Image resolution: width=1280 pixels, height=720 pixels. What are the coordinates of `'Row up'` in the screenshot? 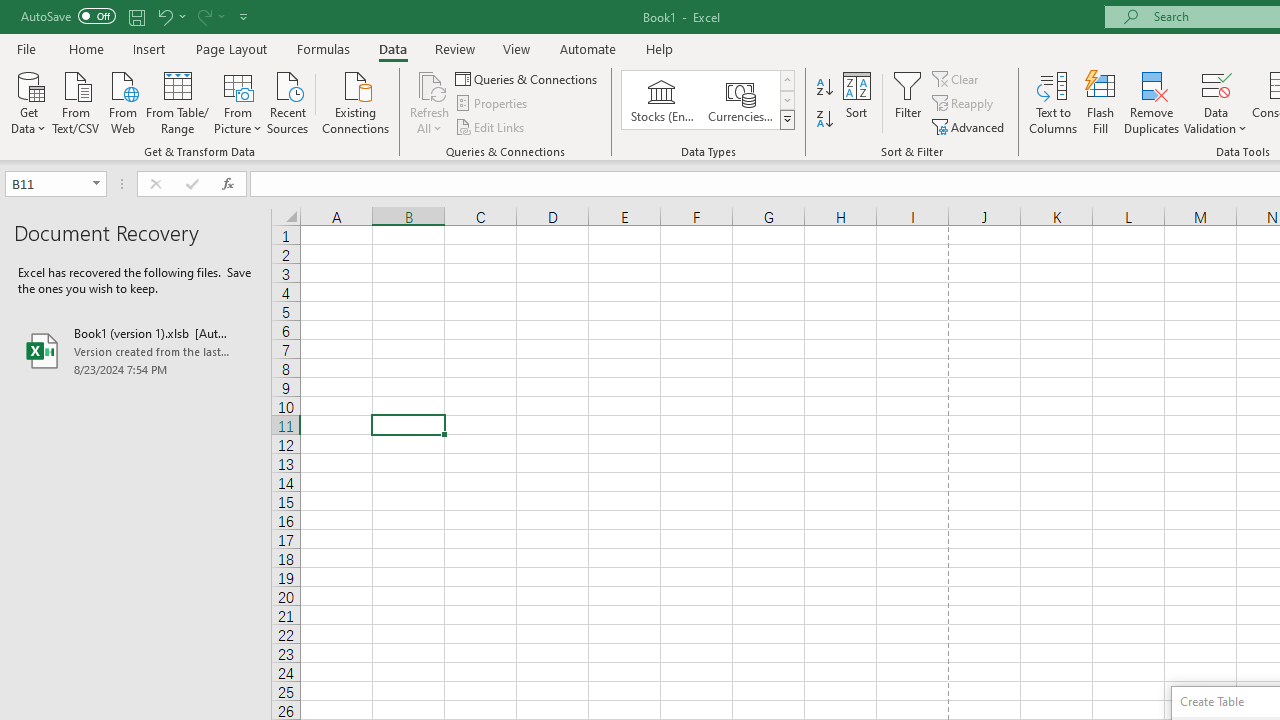 It's located at (786, 79).